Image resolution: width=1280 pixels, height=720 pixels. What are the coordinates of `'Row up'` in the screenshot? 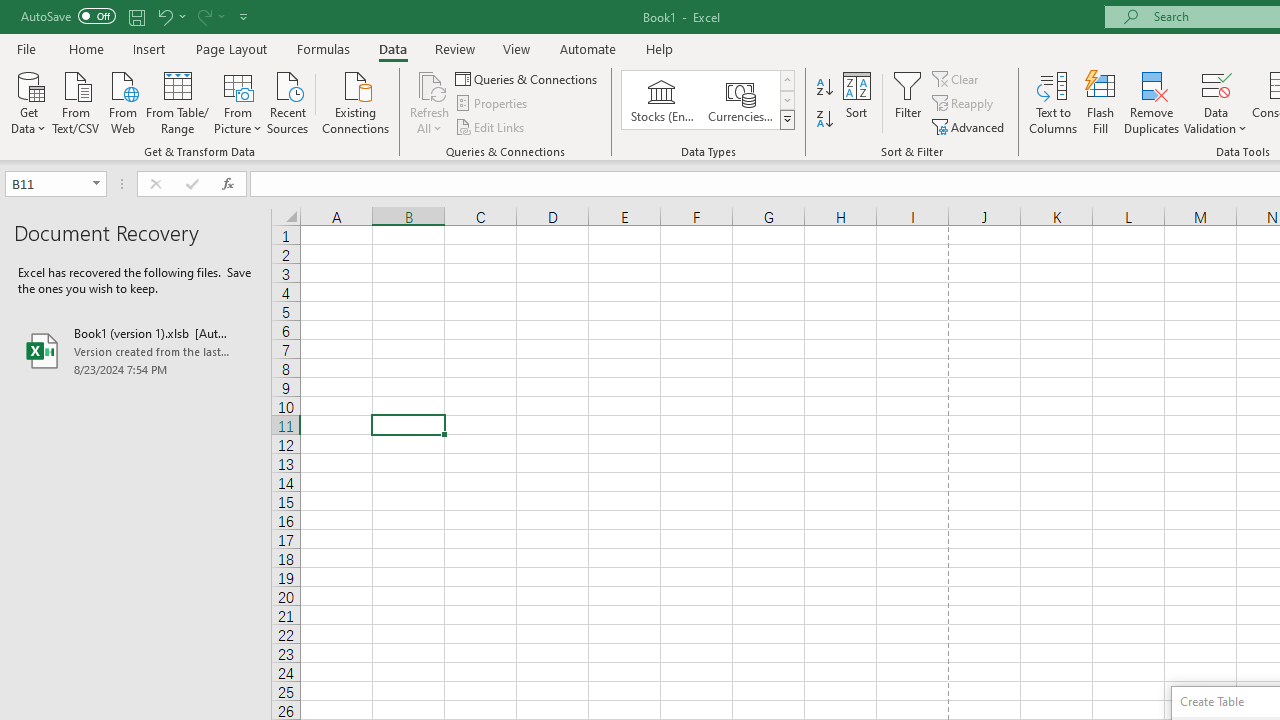 It's located at (786, 79).